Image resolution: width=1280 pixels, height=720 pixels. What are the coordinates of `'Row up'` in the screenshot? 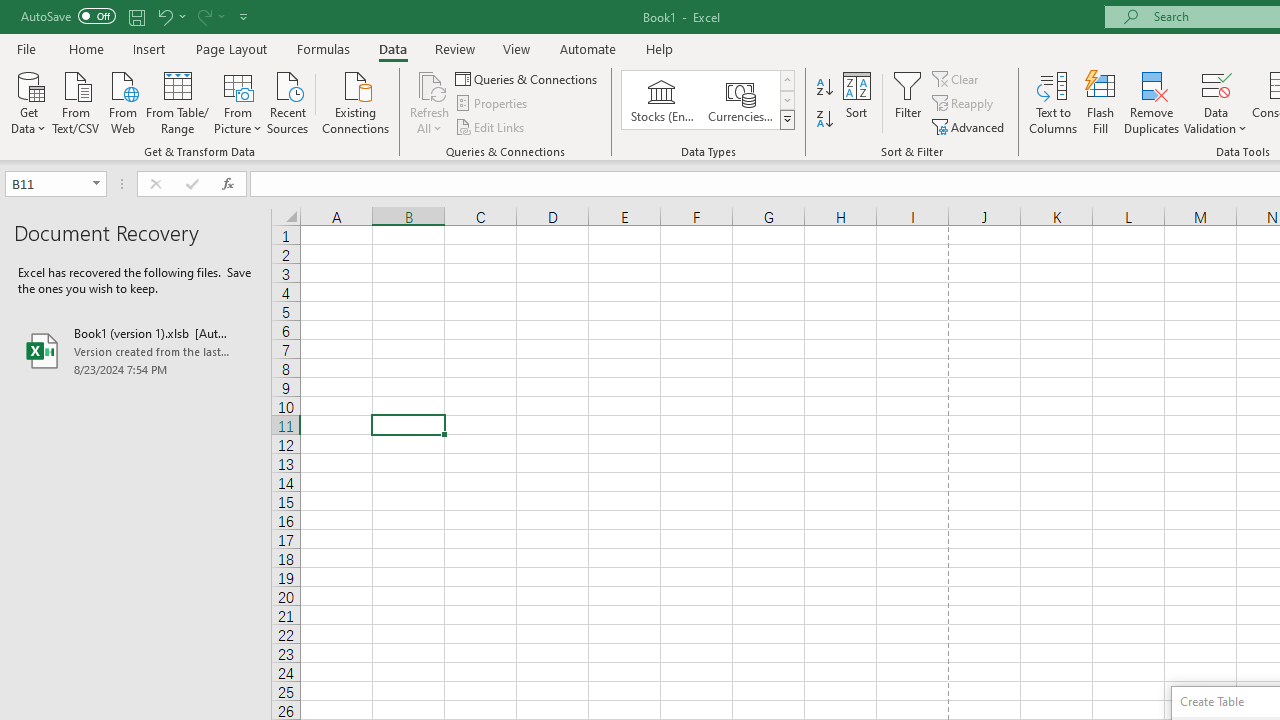 It's located at (786, 79).